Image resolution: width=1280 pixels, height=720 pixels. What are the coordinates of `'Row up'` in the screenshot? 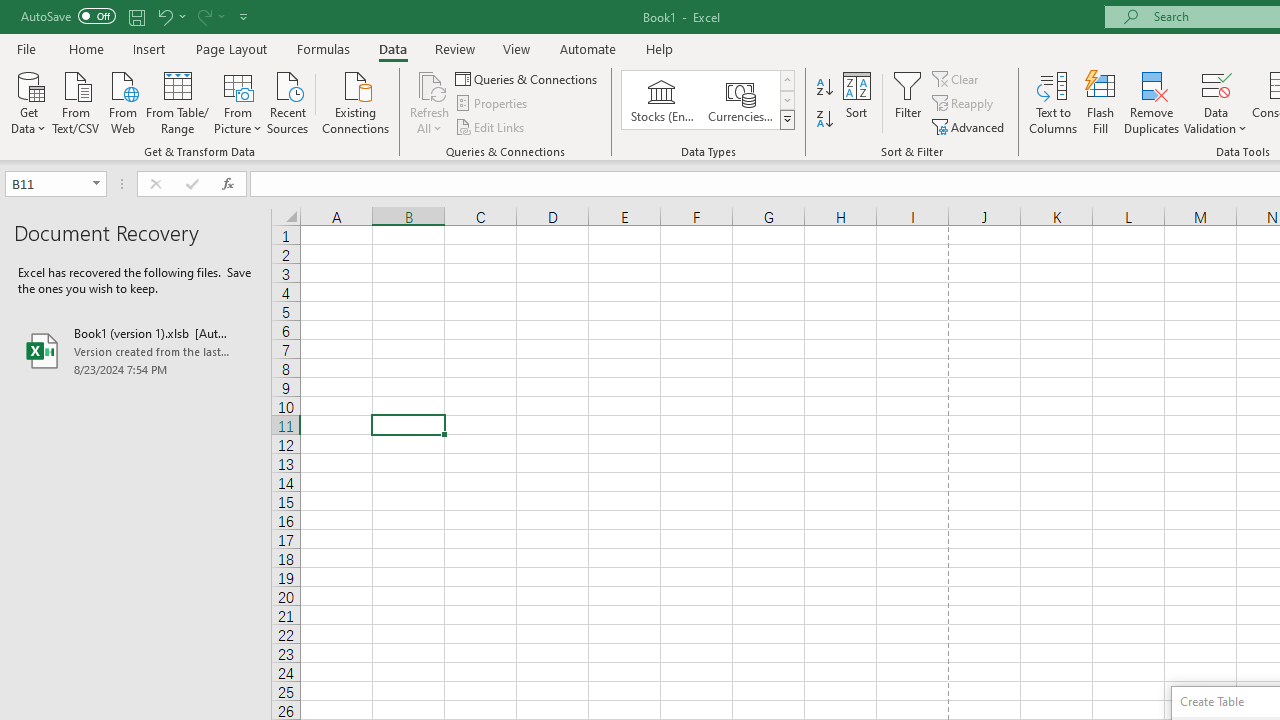 It's located at (786, 79).